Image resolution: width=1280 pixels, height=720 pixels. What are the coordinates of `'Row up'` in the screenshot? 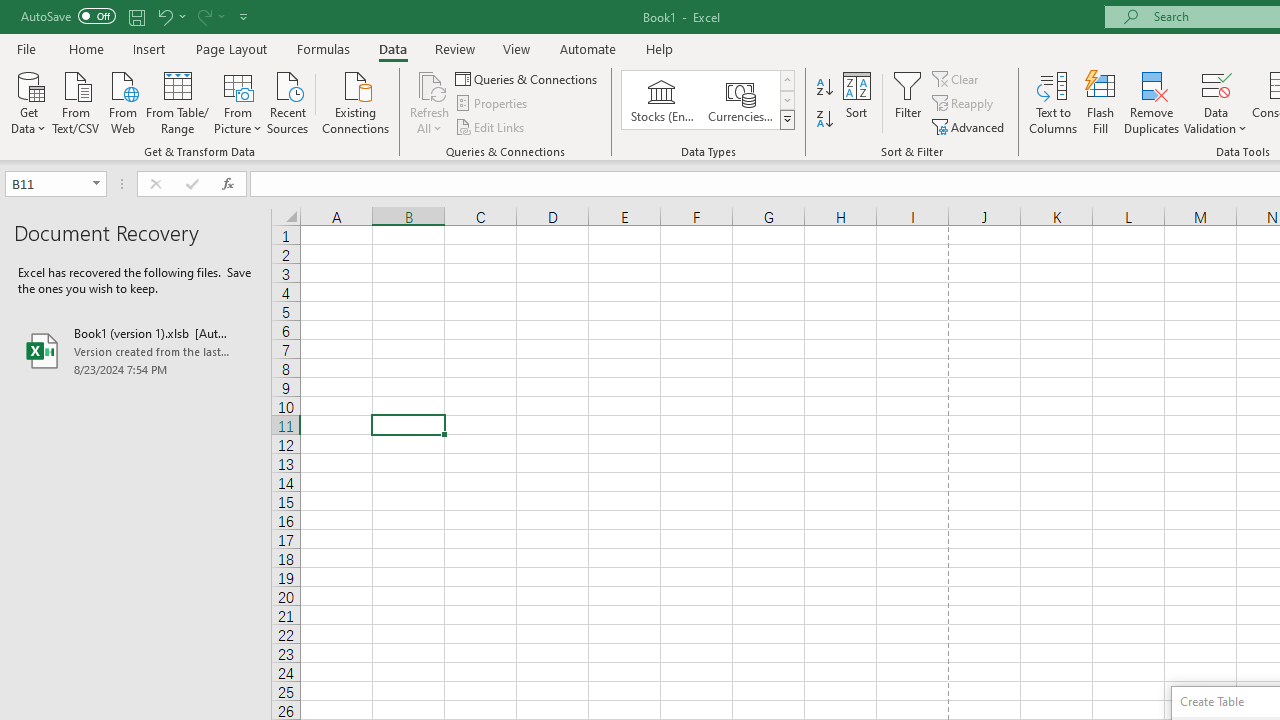 It's located at (786, 79).